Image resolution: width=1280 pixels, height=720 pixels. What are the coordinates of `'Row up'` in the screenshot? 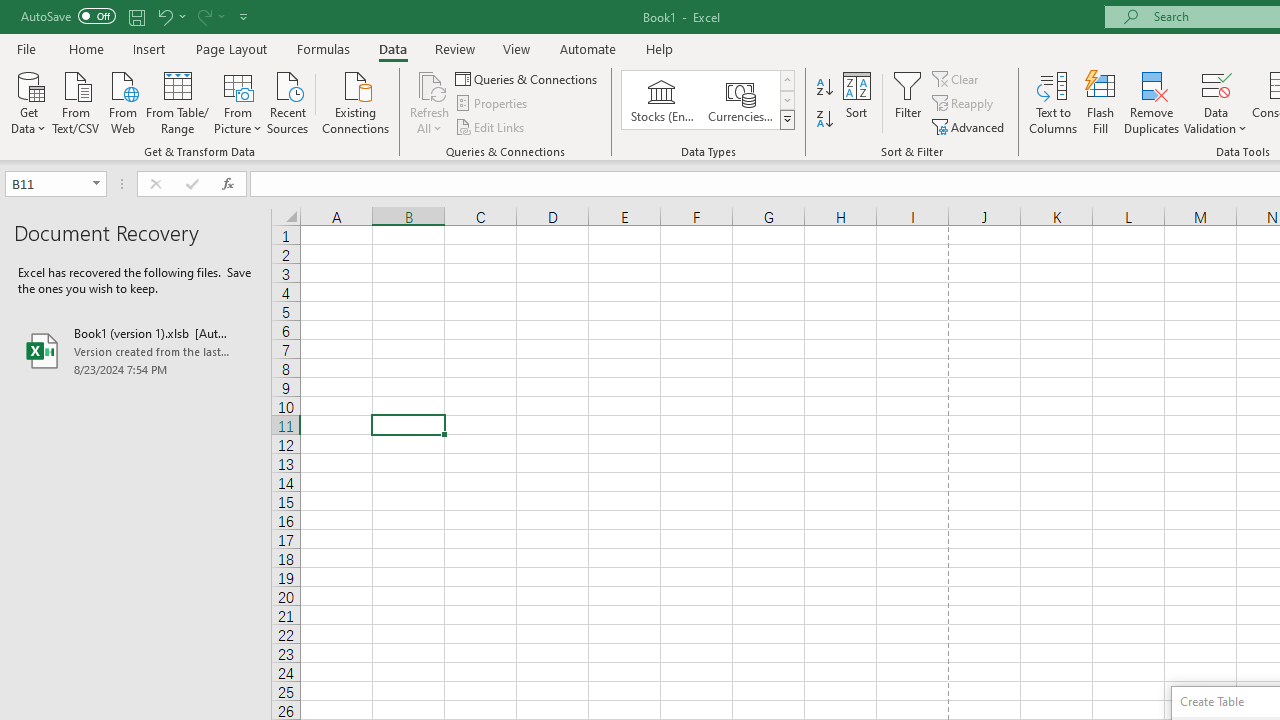 It's located at (786, 79).